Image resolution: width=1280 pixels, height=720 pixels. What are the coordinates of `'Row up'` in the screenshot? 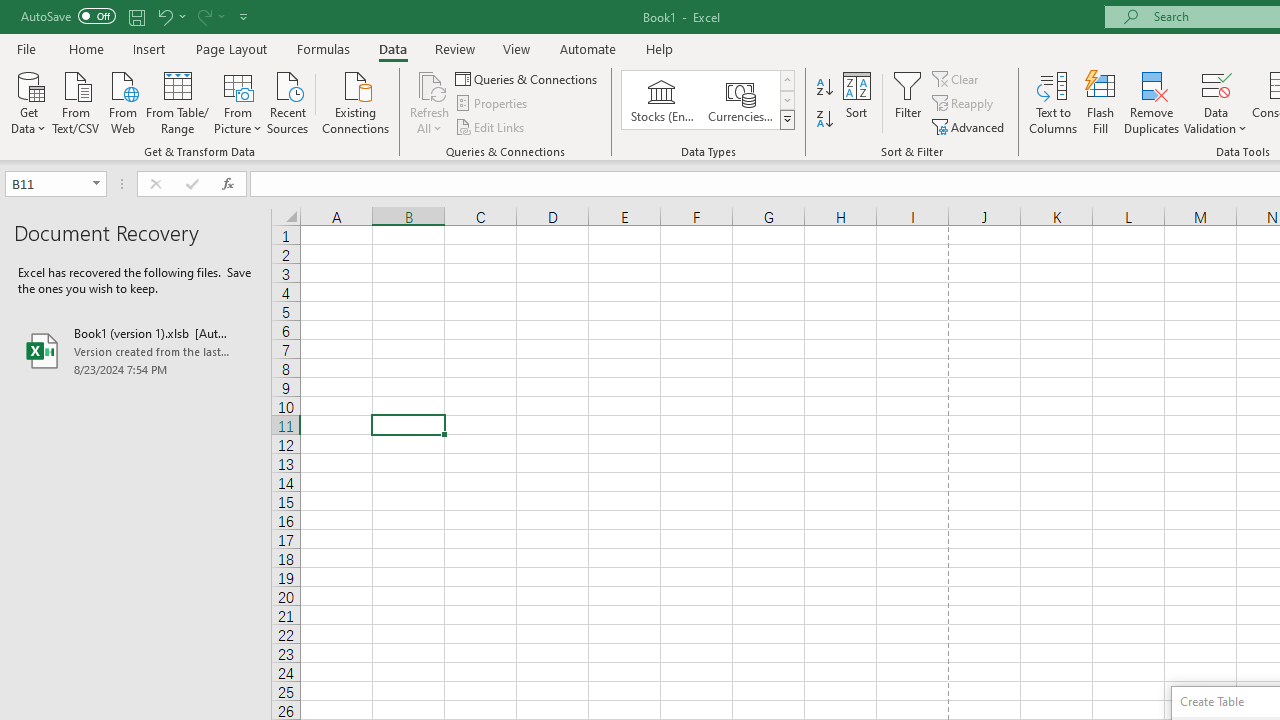 It's located at (786, 79).